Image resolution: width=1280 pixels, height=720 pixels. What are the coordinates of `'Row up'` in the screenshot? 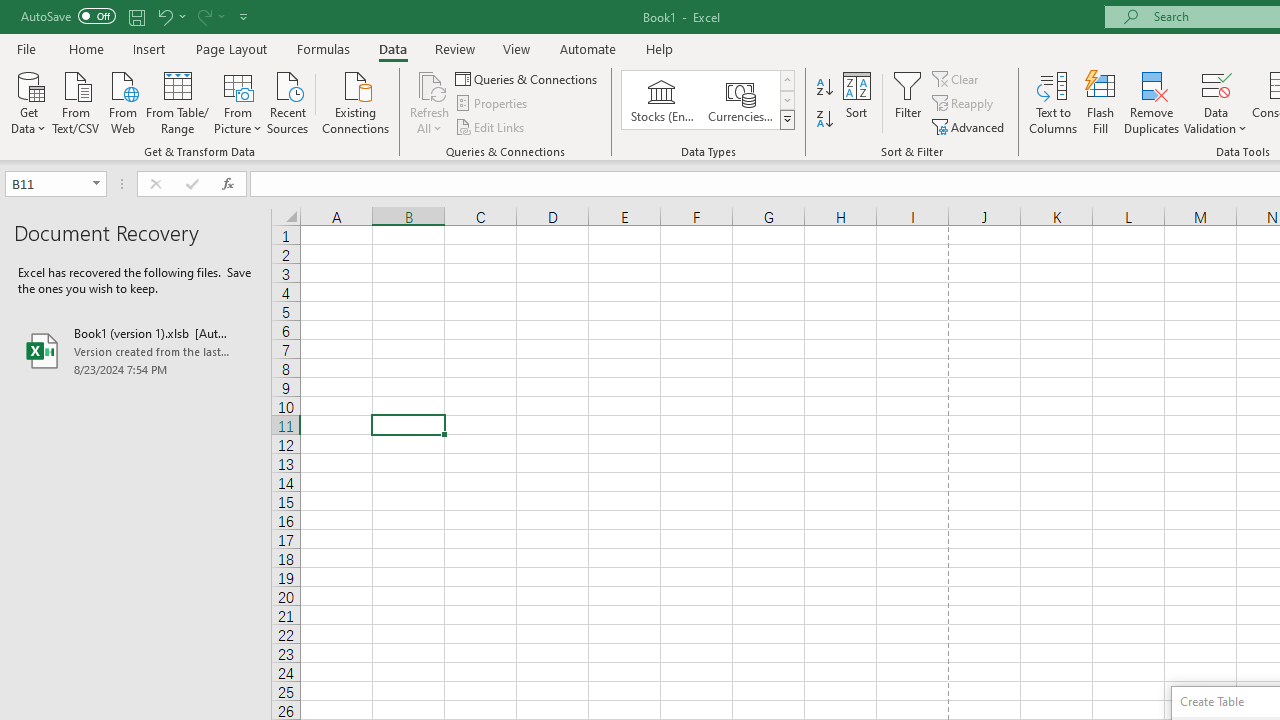 It's located at (786, 79).